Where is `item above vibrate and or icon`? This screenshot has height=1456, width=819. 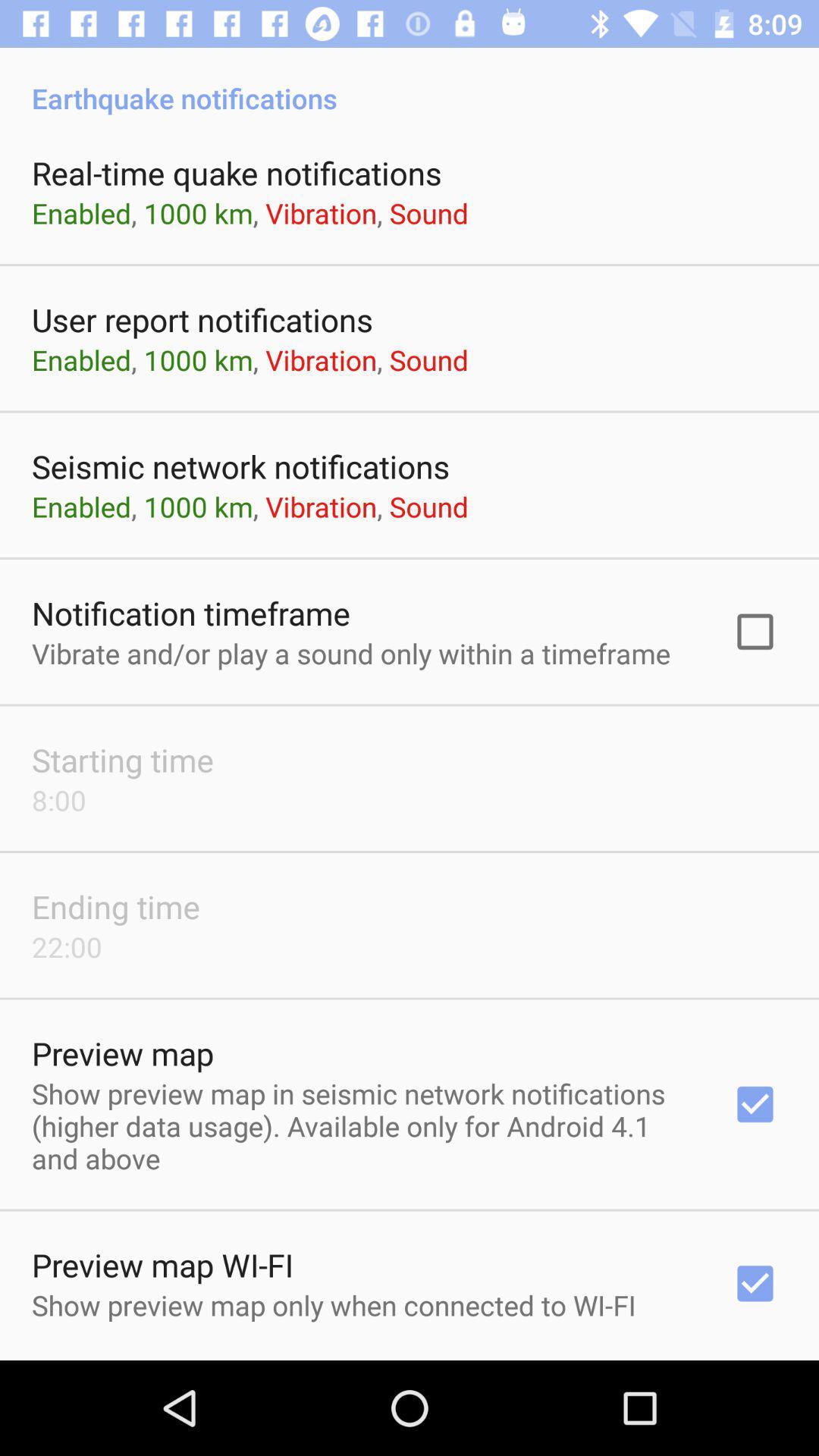
item above vibrate and or icon is located at coordinates (190, 613).